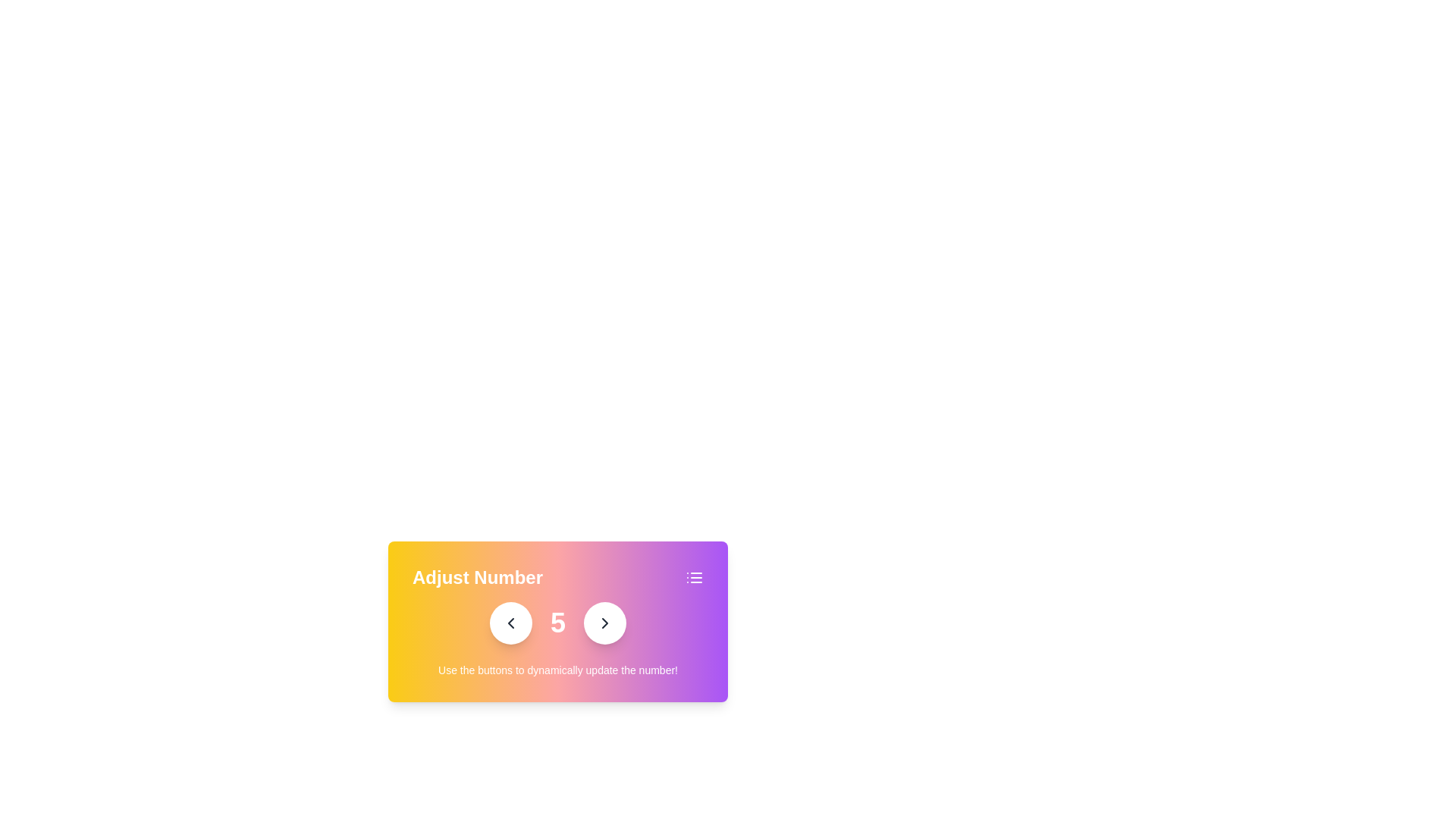 This screenshot has width=1456, height=819. What do you see at coordinates (510, 623) in the screenshot?
I see `the decrement icon located inside the circular white button on the left-hand side of the horizontal control bar` at bounding box center [510, 623].